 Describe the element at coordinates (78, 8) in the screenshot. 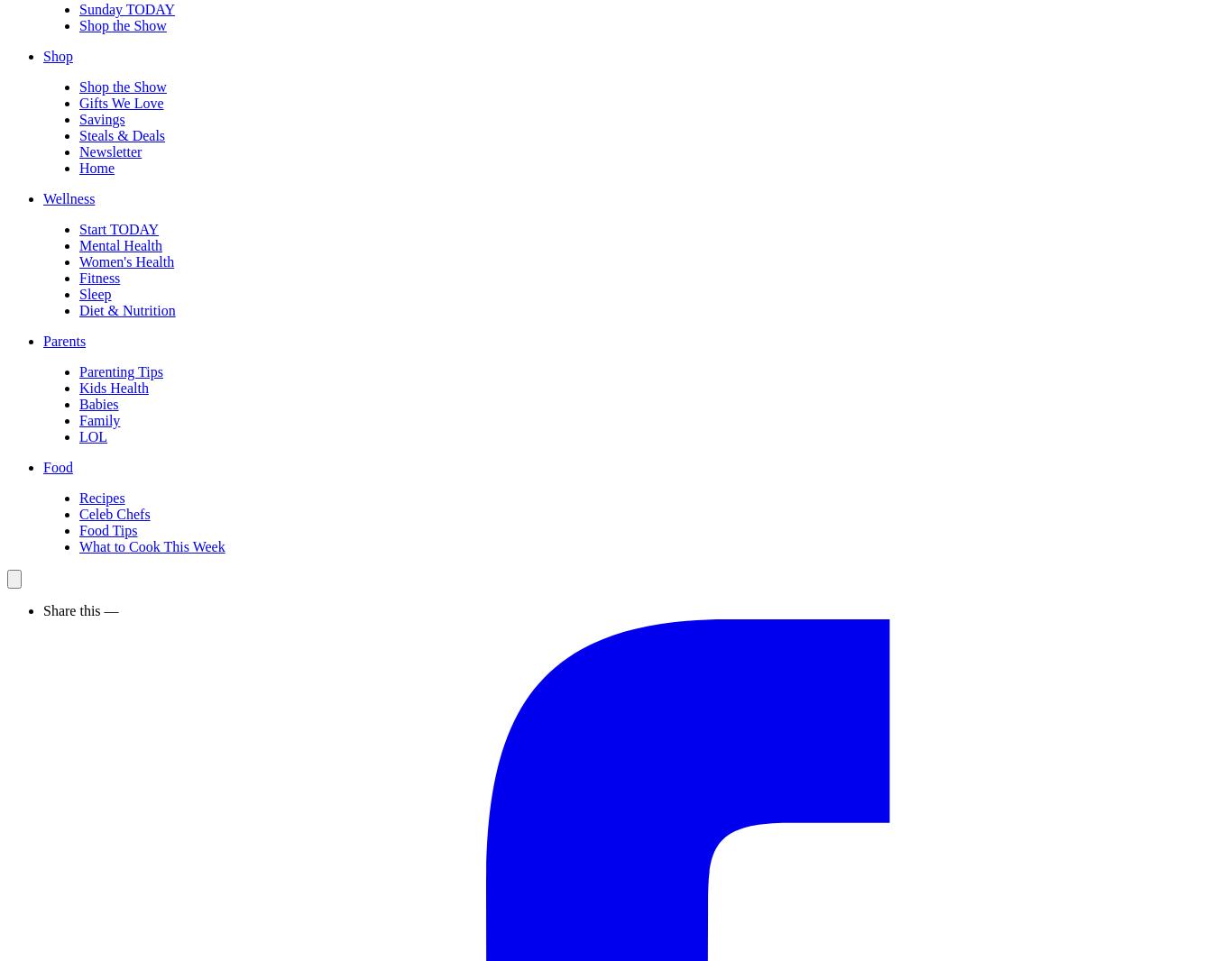

I see `'Sunday TODAY'` at that location.